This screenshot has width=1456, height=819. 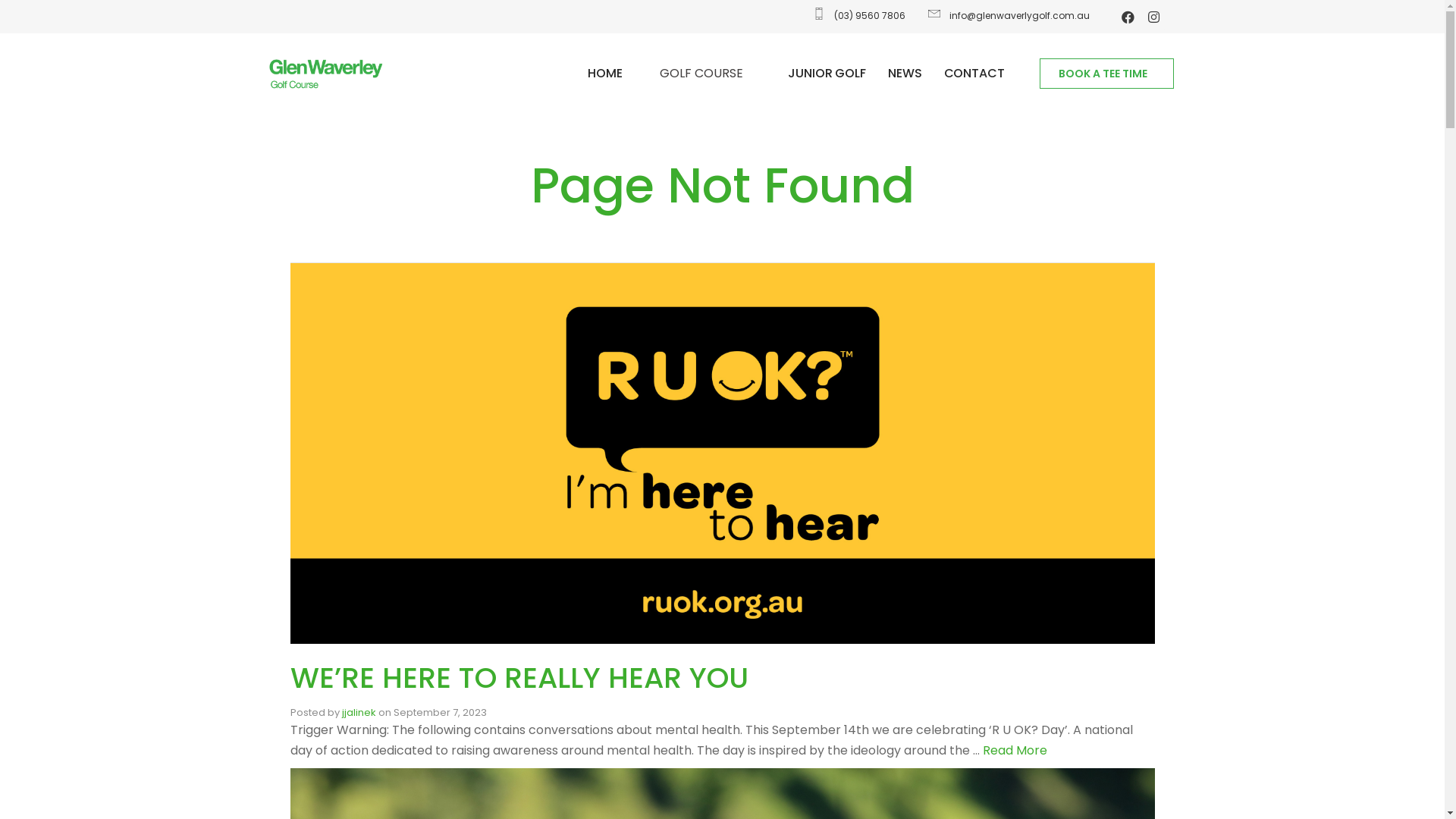 What do you see at coordinates (858, 15) in the screenshot?
I see `'(03) 9560 7806'` at bounding box center [858, 15].